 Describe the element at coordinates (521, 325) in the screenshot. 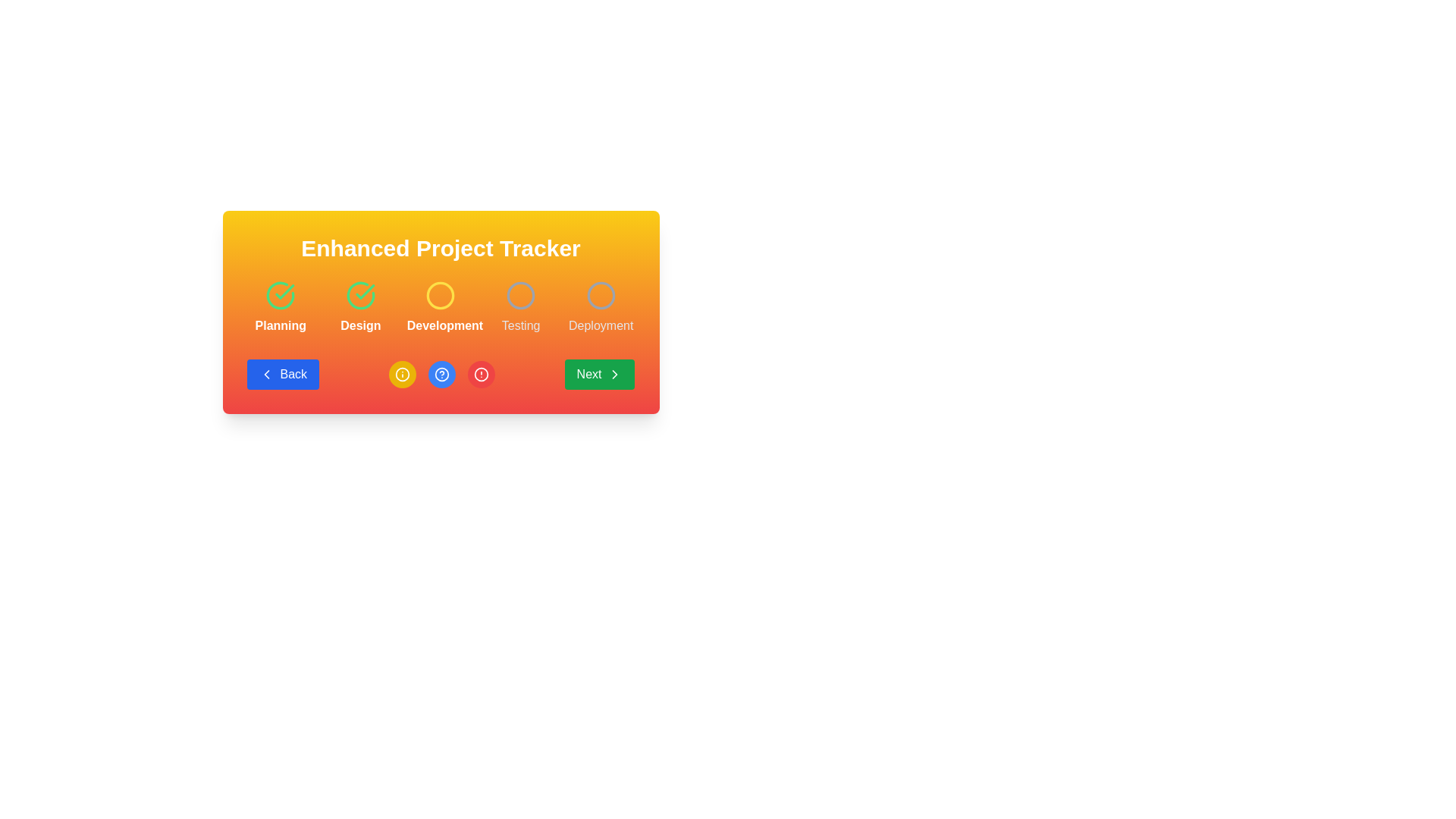

I see `the Text Label displaying 'Testing' which is visually set apart in a darker orange background and is the last of the four textual labels in the sequence of step indicators` at that location.